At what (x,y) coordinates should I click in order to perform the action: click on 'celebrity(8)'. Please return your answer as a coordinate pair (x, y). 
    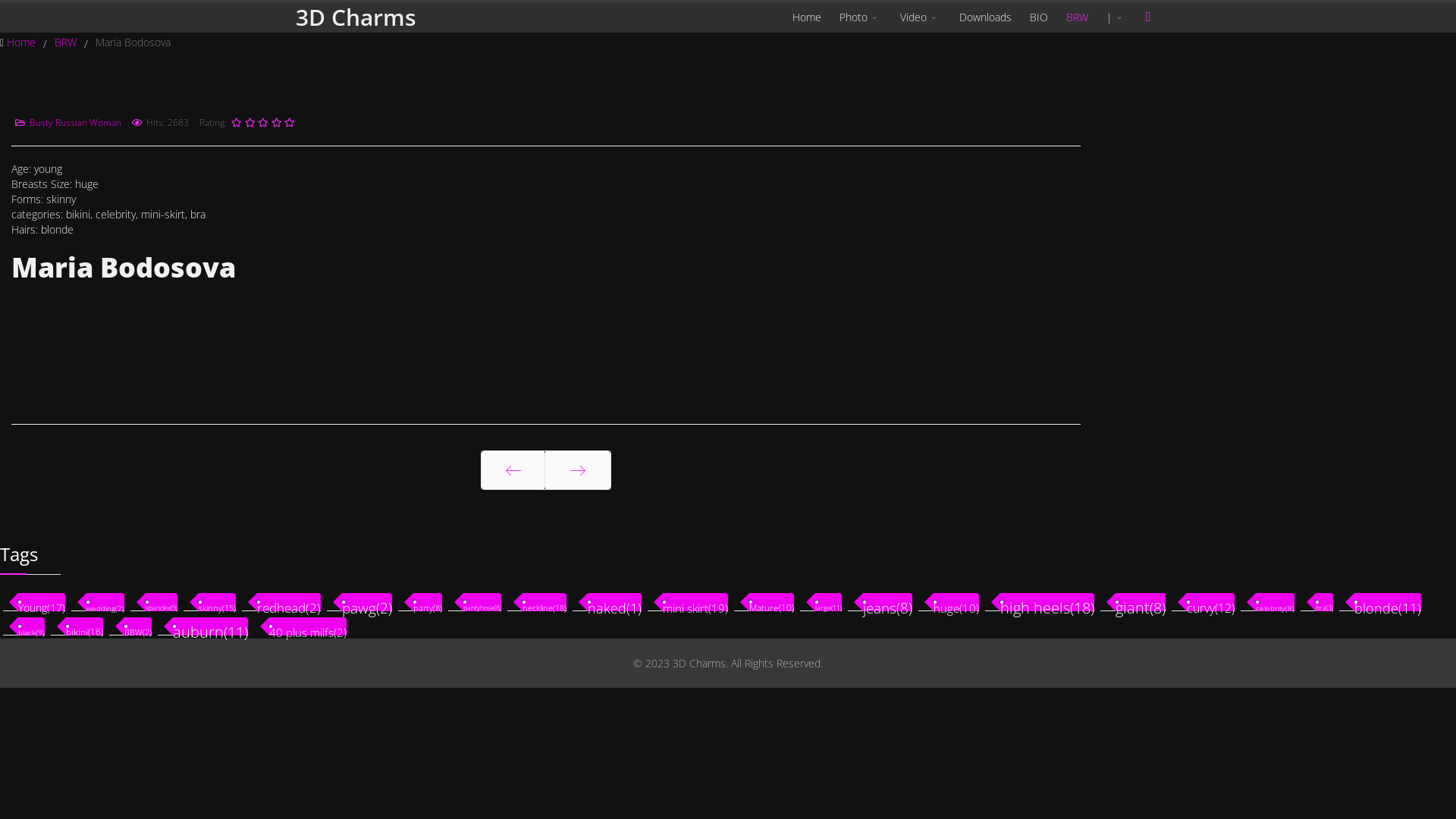
    Looking at the image, I should click on (1274, 601).